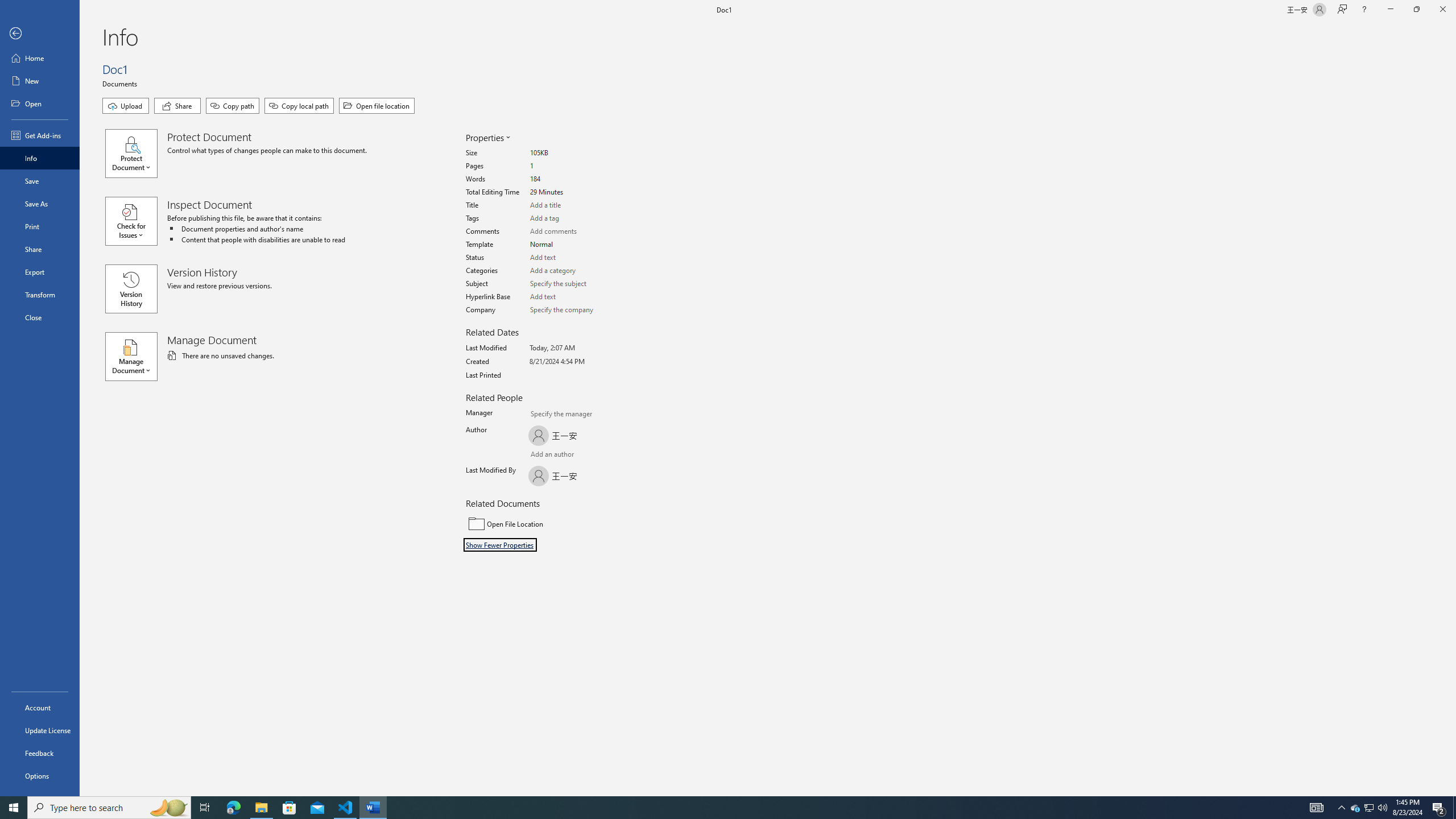  Describe the element at coordinates (39, 775) in the screenshot. I see `'Options'` at that location.